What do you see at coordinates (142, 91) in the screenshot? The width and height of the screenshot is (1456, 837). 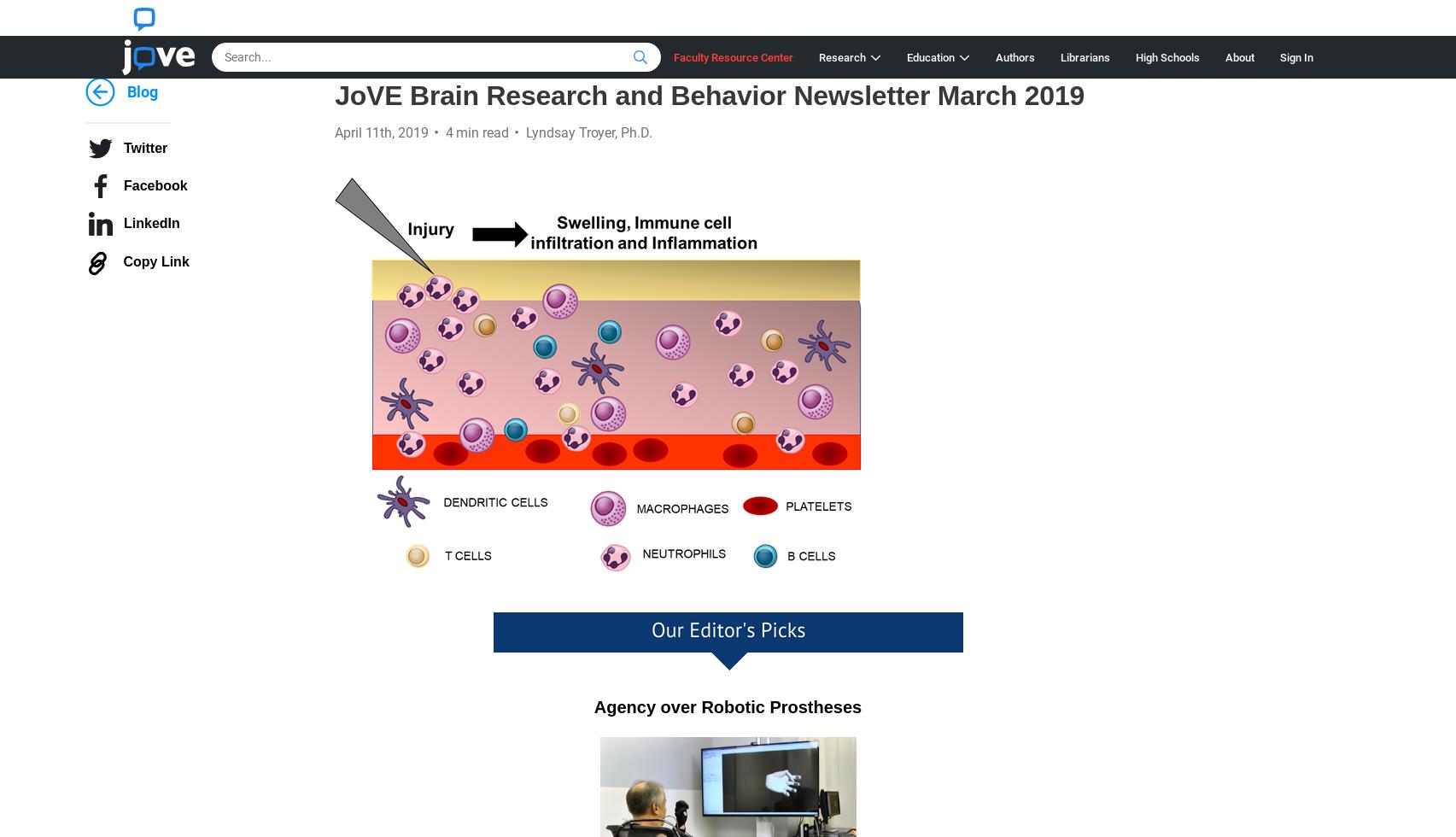 I see `'Blog'` at bounding box center [142, 91].